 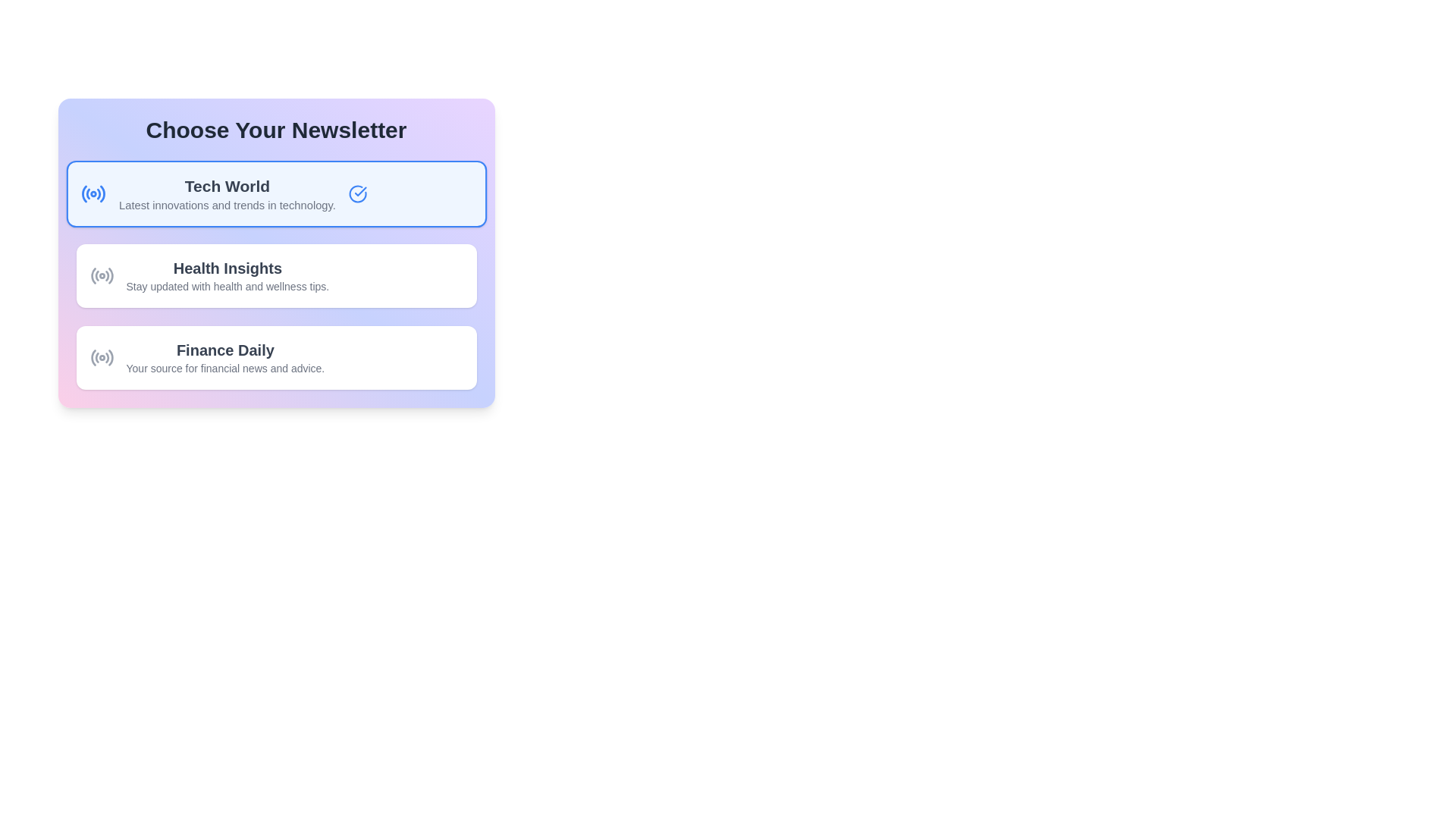 I want to click on the Interactive Card located in the 'Choose Your Newsletter' section, so click(x=276, y=357).